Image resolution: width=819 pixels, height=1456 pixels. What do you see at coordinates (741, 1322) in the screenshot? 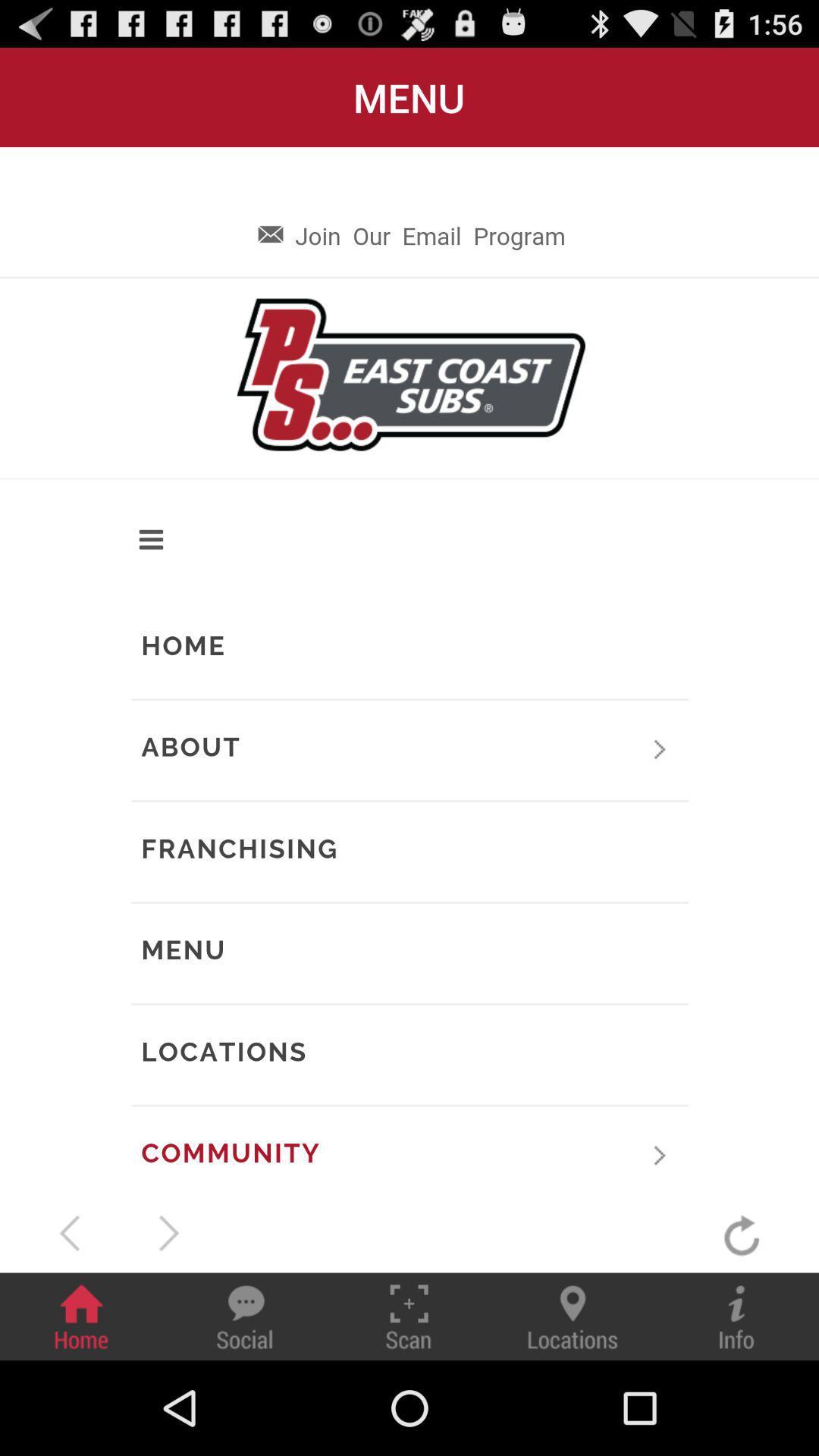
I see `the refresh icon` at bounding box center [741, 1322].